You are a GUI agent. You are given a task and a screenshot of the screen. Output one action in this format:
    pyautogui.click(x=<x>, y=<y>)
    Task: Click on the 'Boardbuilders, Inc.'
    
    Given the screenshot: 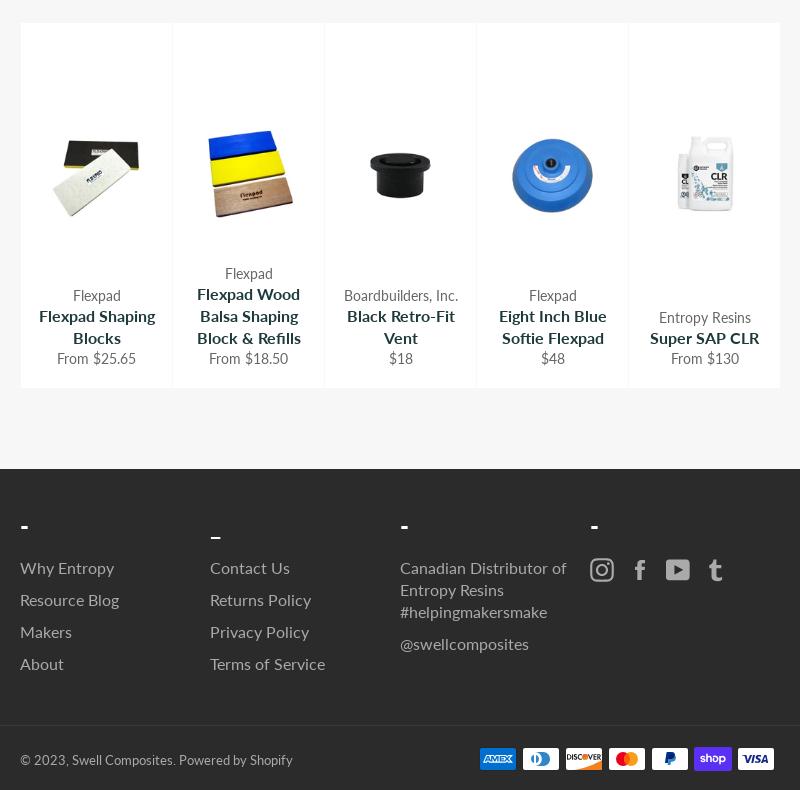 What is the action you would take?
    pyautogui.click(x=400, y=293)
    